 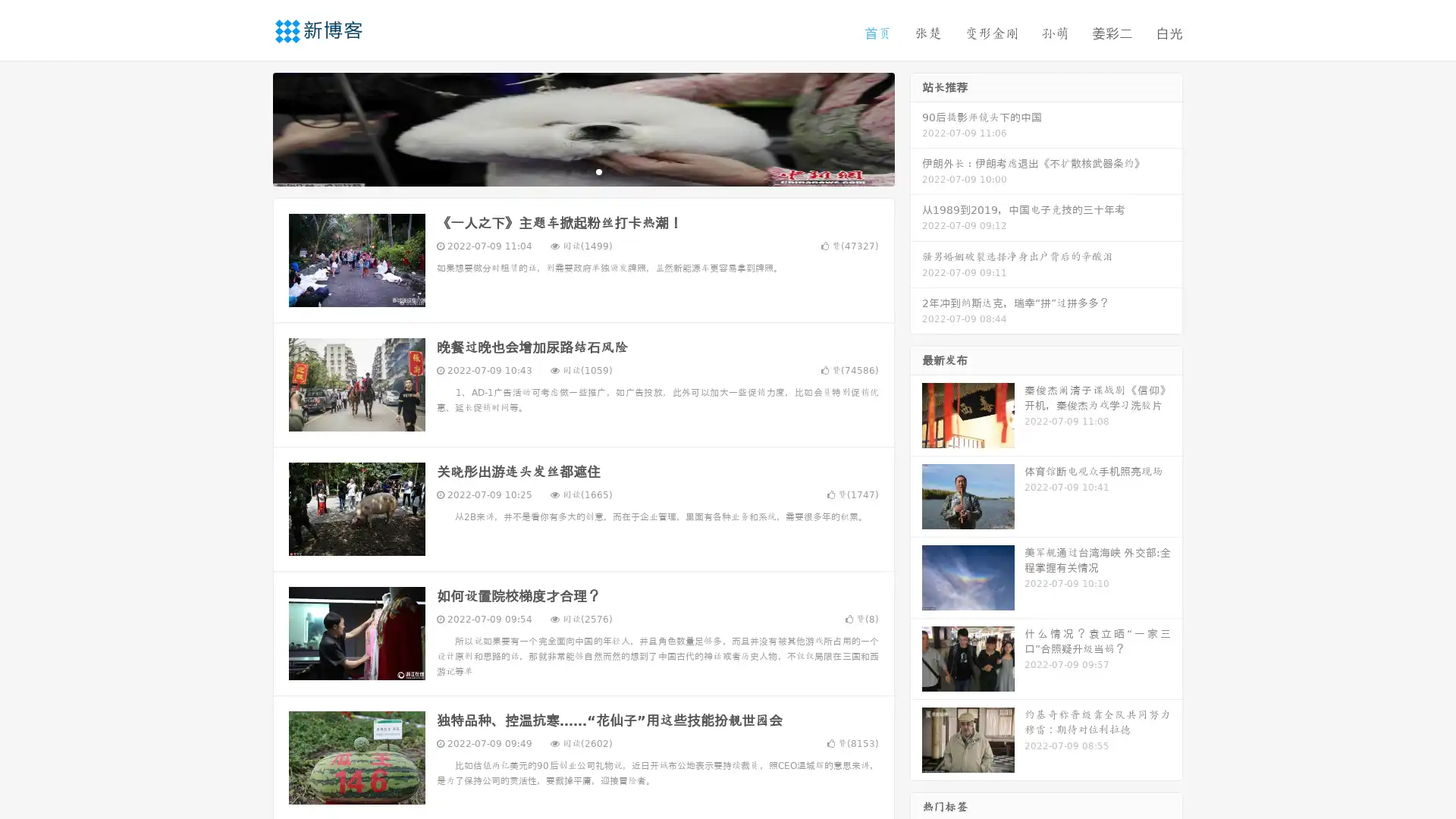 What do you see at coordinates (582, 171) in the screenshot?
I see `Go to slide 2` at bounding box center [582, 171].